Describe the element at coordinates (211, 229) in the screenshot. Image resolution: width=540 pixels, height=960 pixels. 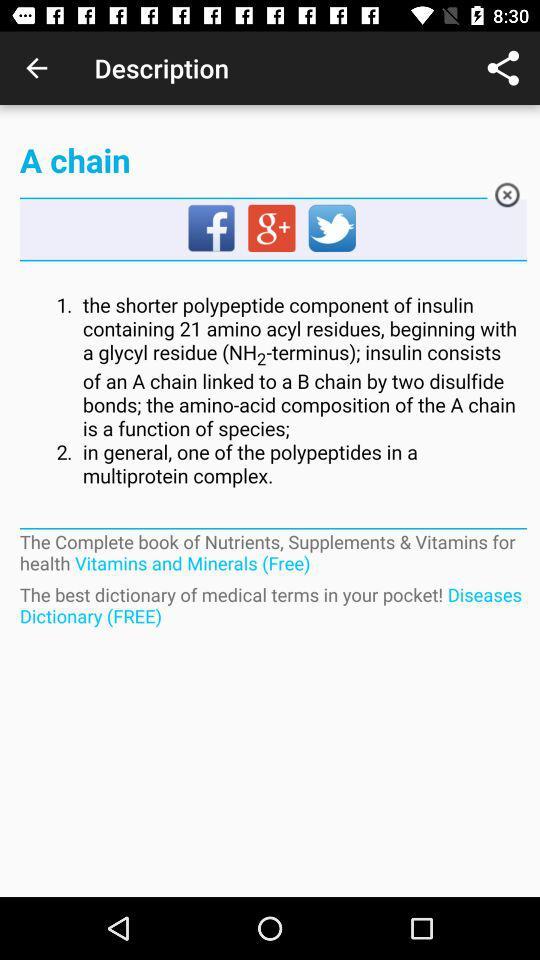
I see `share to facebook` at that location.